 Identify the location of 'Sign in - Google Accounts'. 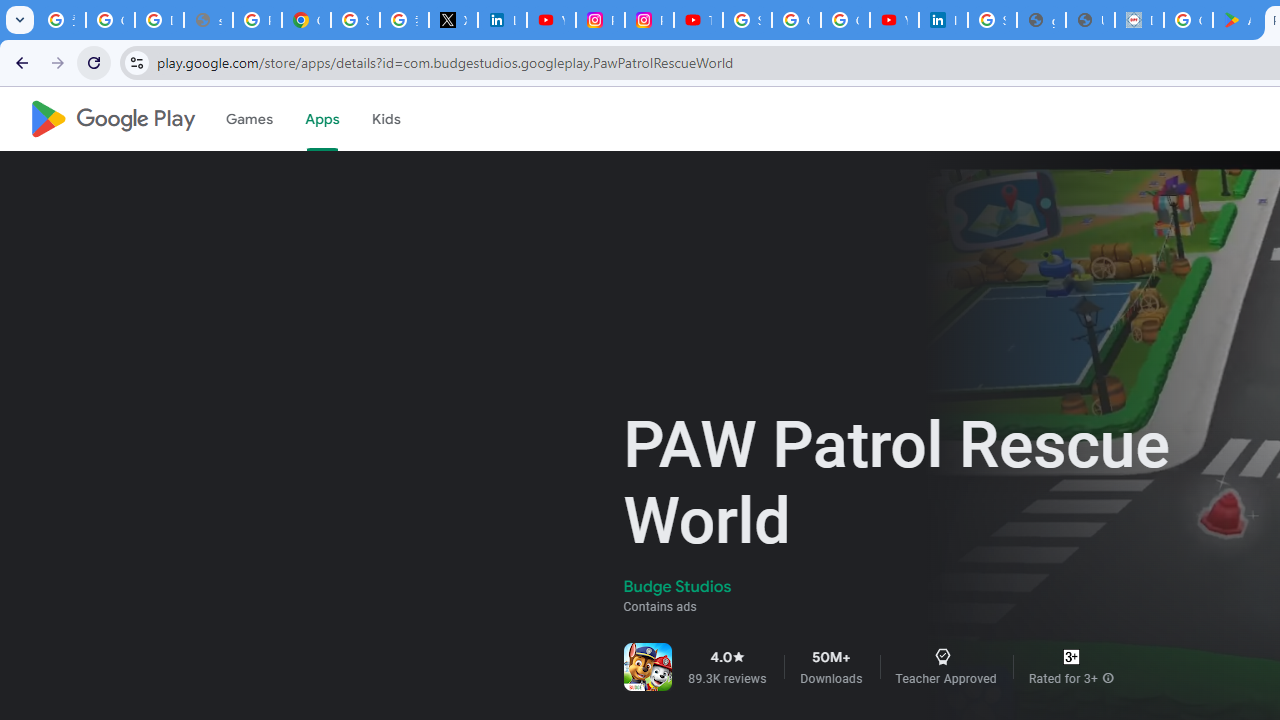
(355, 20).